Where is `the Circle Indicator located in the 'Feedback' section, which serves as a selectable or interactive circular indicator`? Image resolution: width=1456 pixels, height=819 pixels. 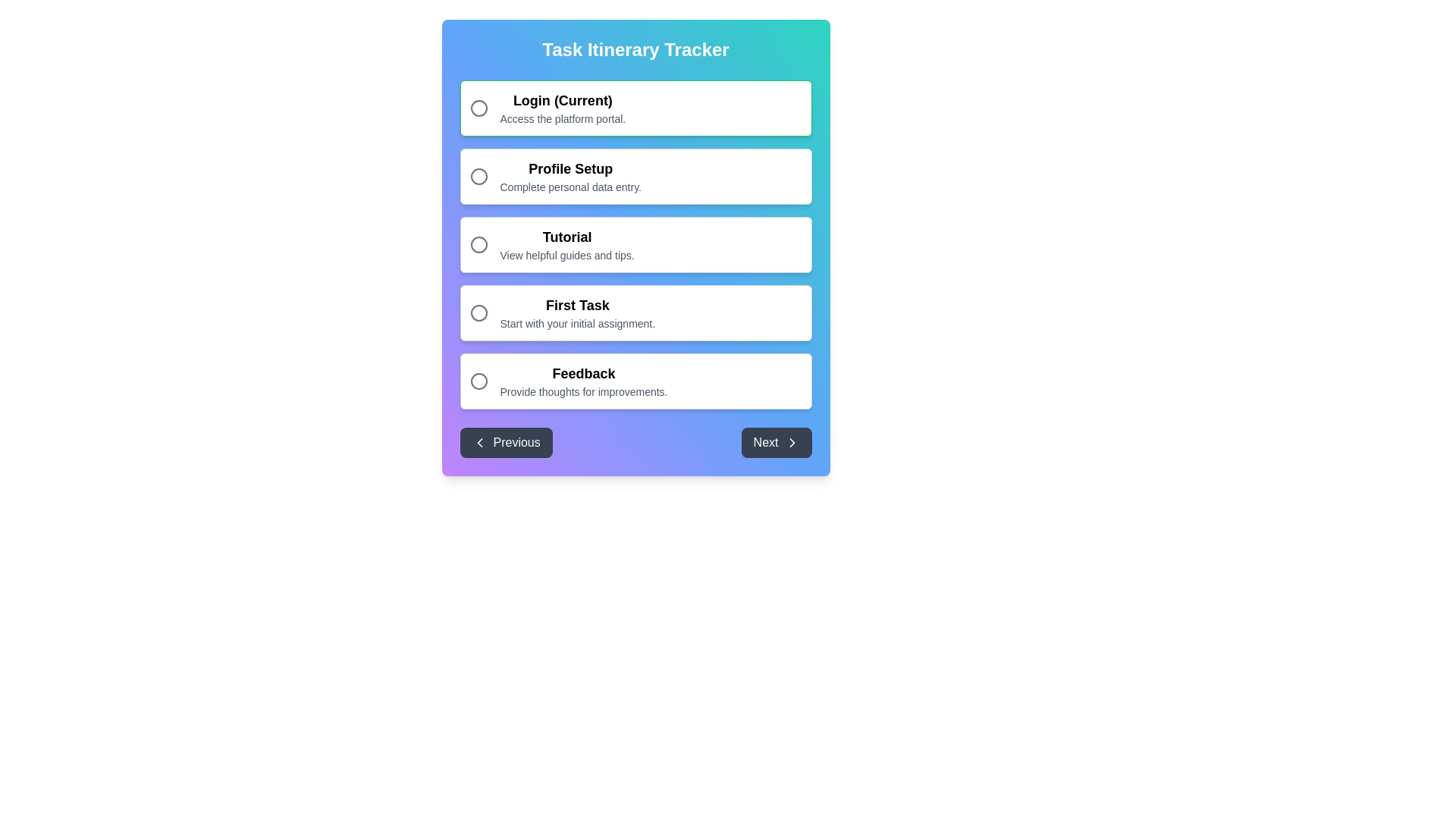 the Circle Indicator located in the 'Feedback' section, which serves as a selectable or interactive circular indicator is located at coordinates (478, 380).